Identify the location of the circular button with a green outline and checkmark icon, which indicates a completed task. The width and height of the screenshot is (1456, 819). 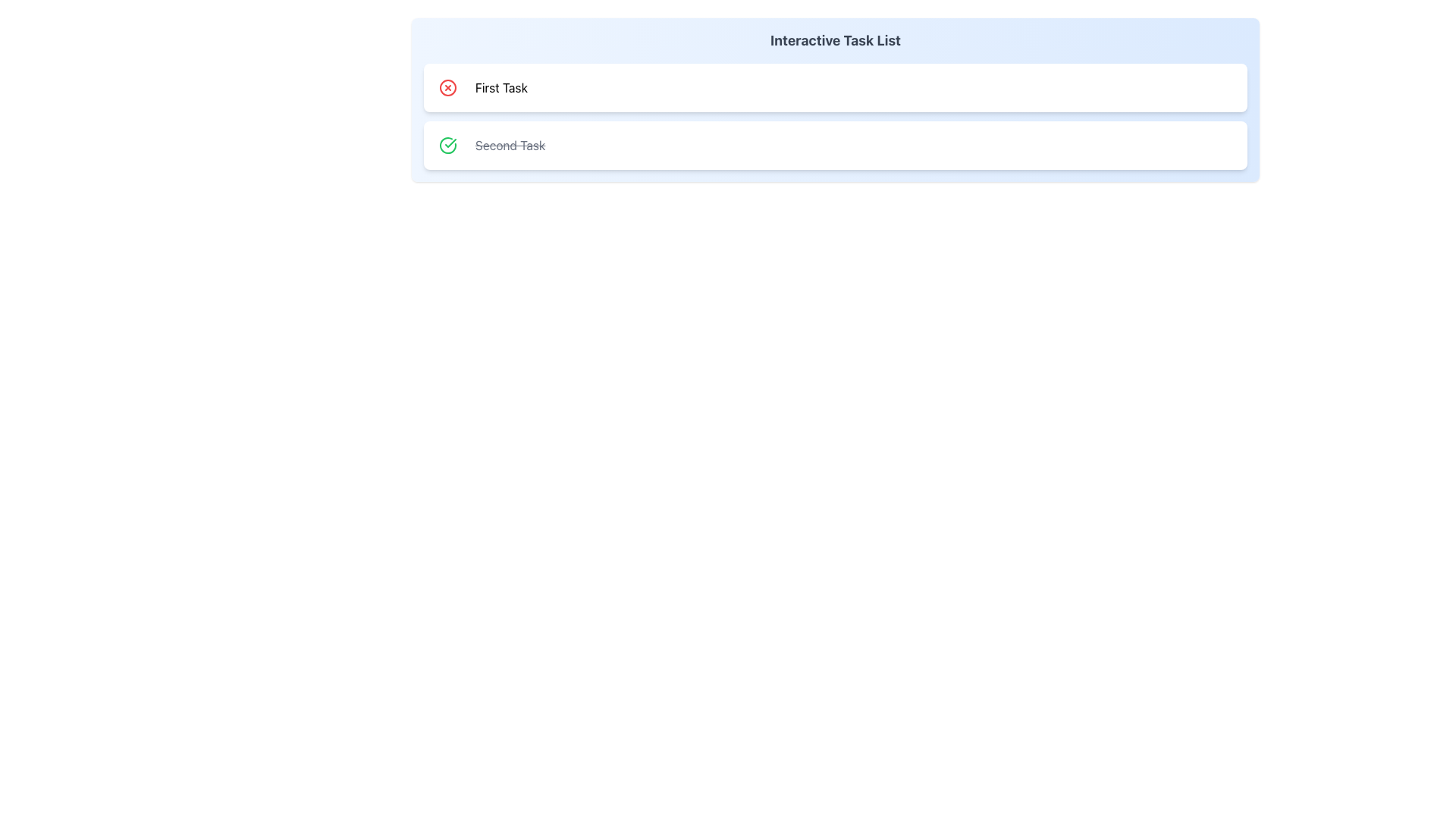
(447, 146).